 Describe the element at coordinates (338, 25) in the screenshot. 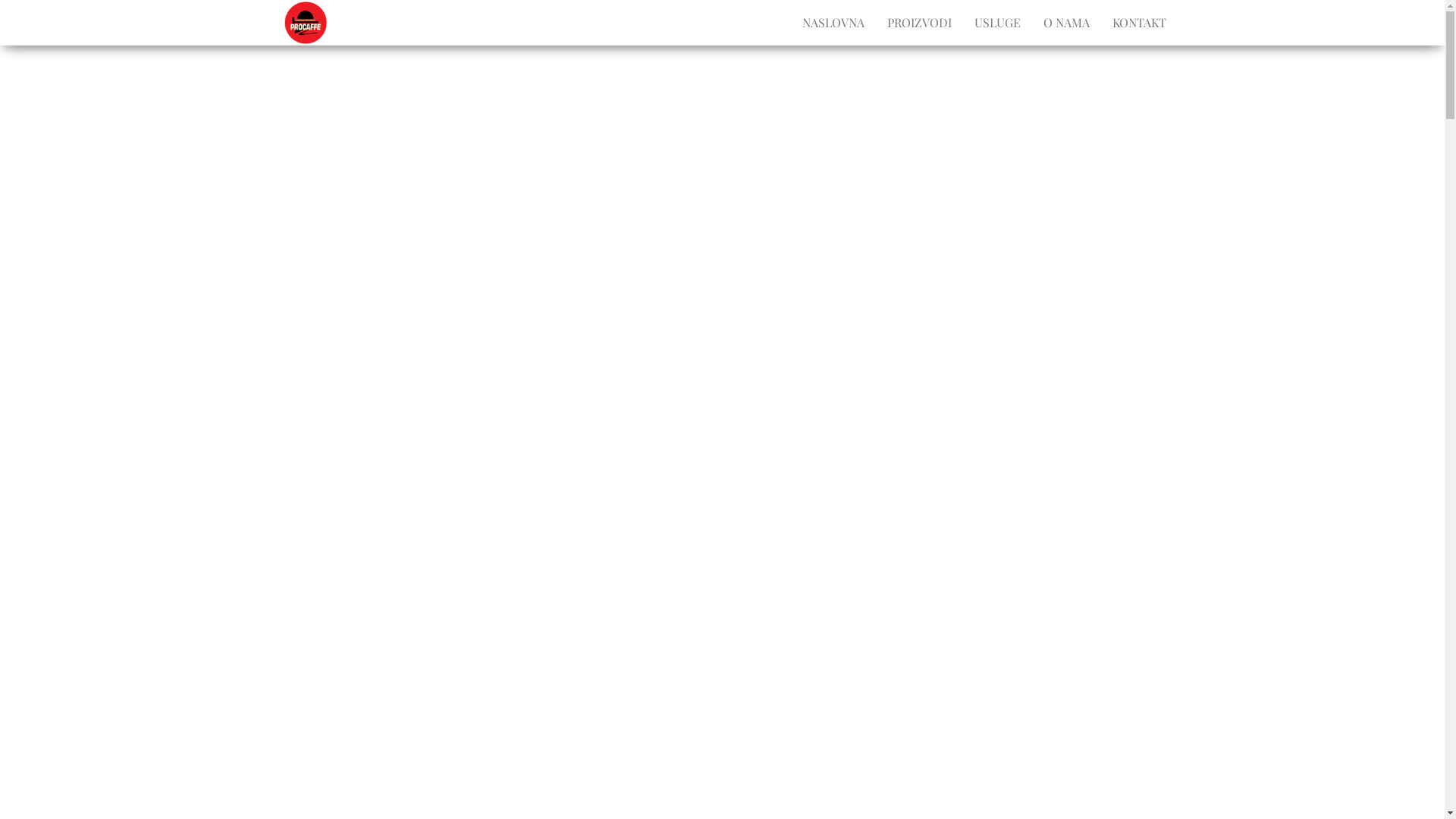

I see `'Procaffe d.o.o.'` at that location.